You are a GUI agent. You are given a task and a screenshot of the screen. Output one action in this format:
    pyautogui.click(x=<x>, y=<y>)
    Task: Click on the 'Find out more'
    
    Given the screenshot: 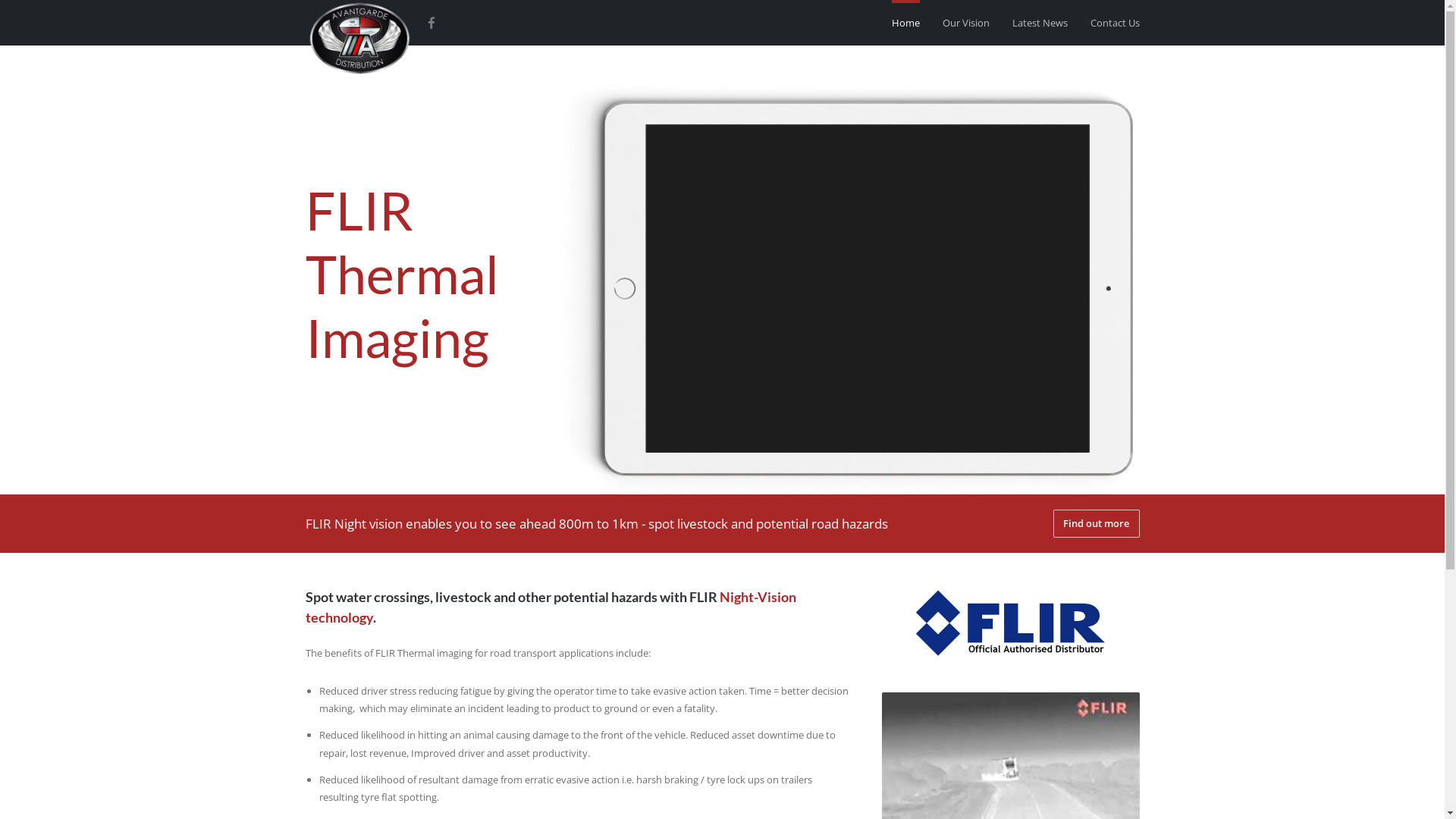 What is the action you would take?
    pyautogui.click(x=1052, y=522)
    